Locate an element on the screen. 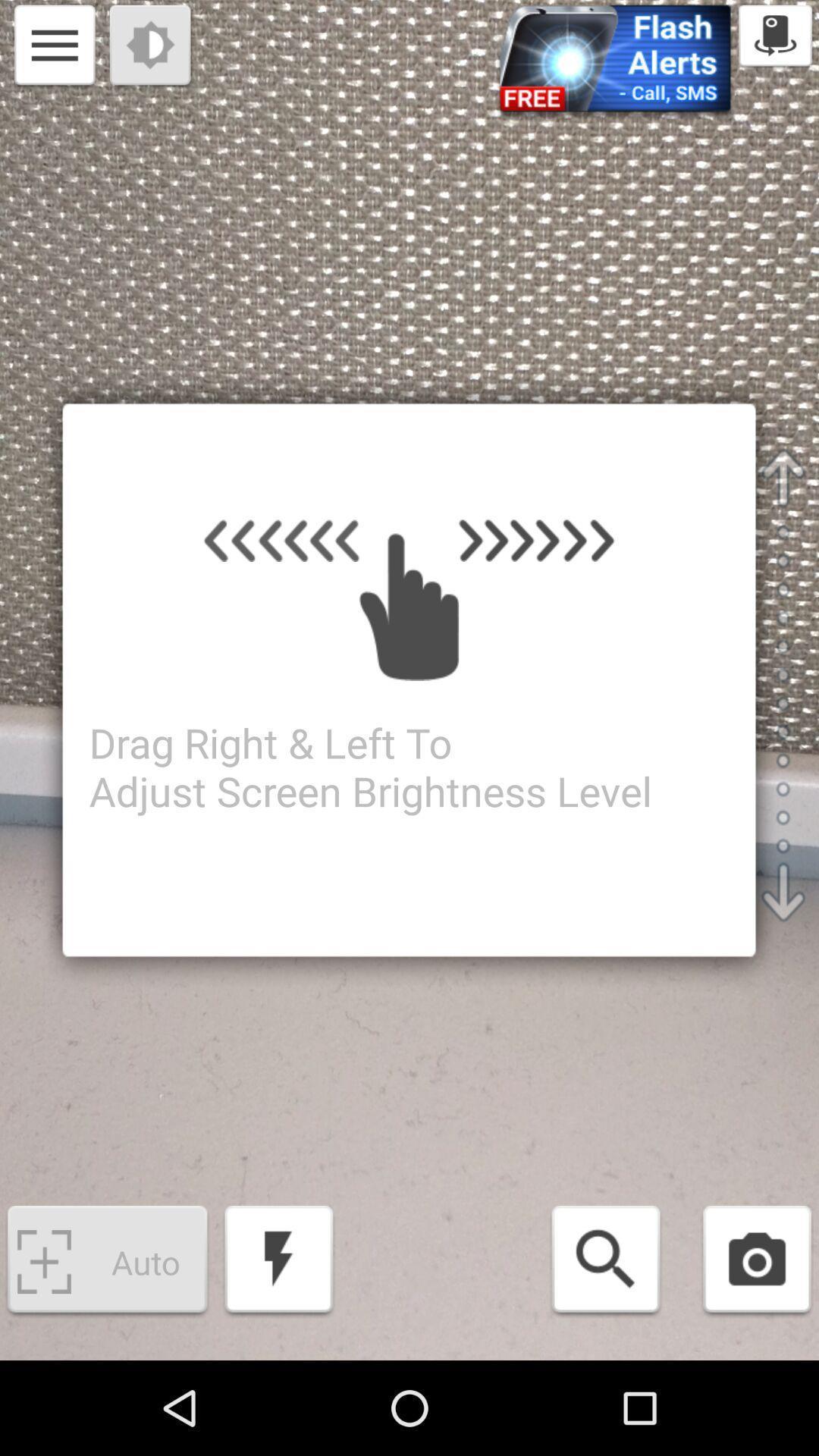 The height and width of the screenshot is (1456, 819). flash-alerts option is located at coordinates (615, 62).